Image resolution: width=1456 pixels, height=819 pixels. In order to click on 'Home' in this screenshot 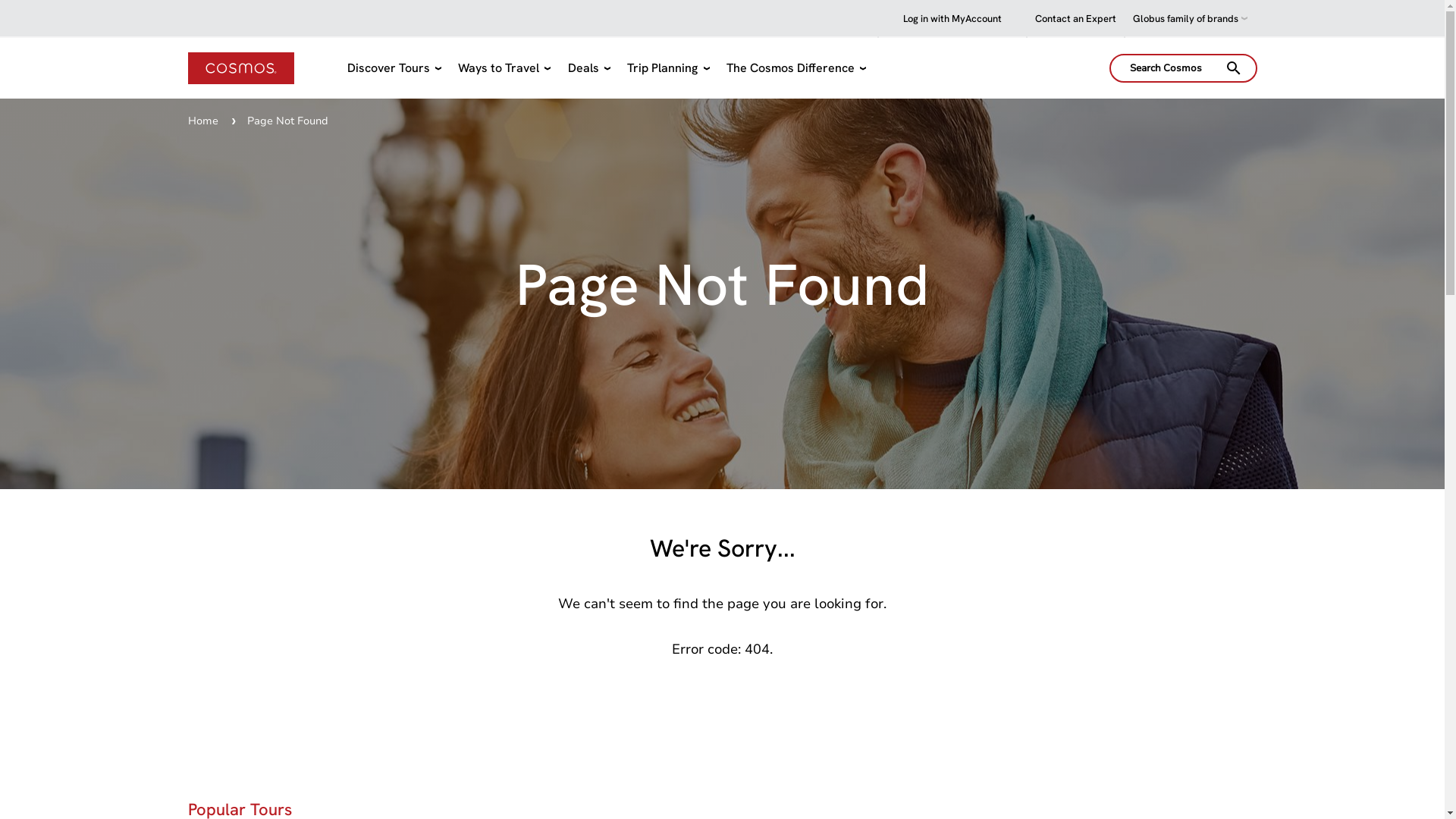, I will do `click(202, 120)`.